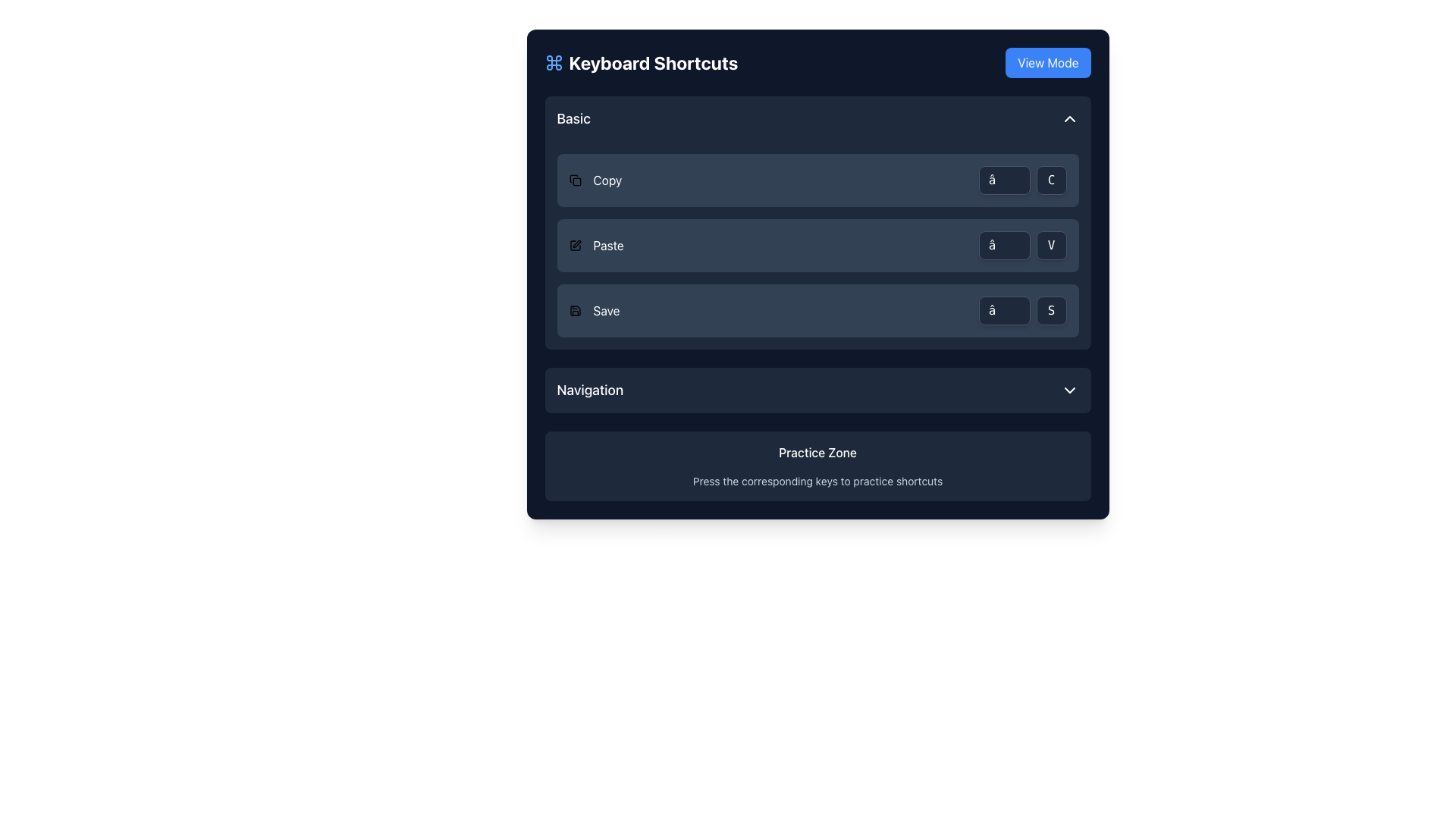 This screenshot has width=1456, height=819. What do you see at coordinates (574, 180) in the screenshot?
I see `the copy functionality icon located in the 'Basic' section of the 'Keyboard Shortcuts' interface, which is positioned at the top-left corner with a label 'Copy' on its right` at bounding box center [574, 180].